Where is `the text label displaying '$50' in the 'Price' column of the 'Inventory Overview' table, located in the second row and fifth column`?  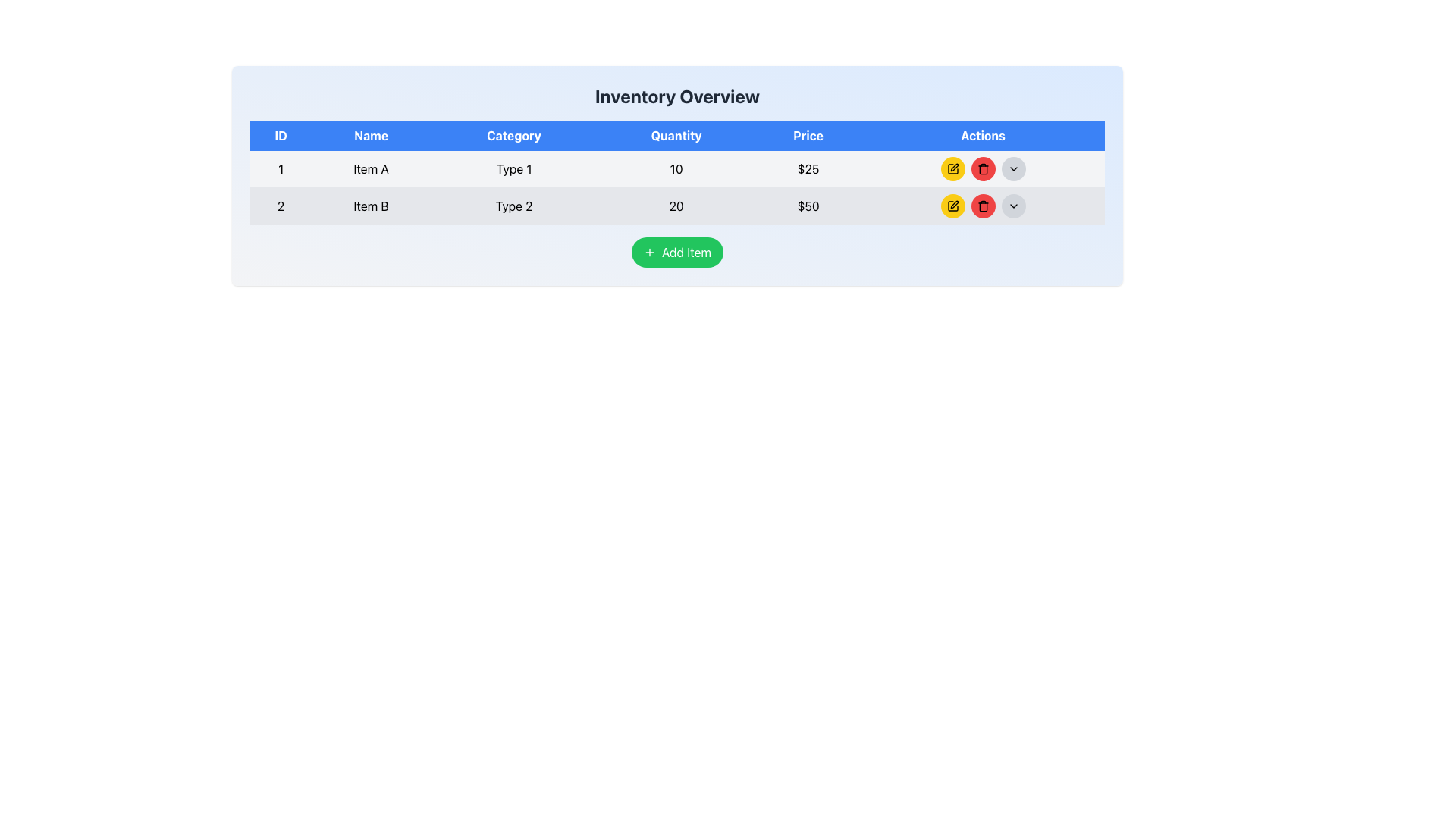
the text label displaying '$50' in the 'Price' column of the 'Inventory Overview' table, located in the second row and fifth column is located at coordinates (808, 206).